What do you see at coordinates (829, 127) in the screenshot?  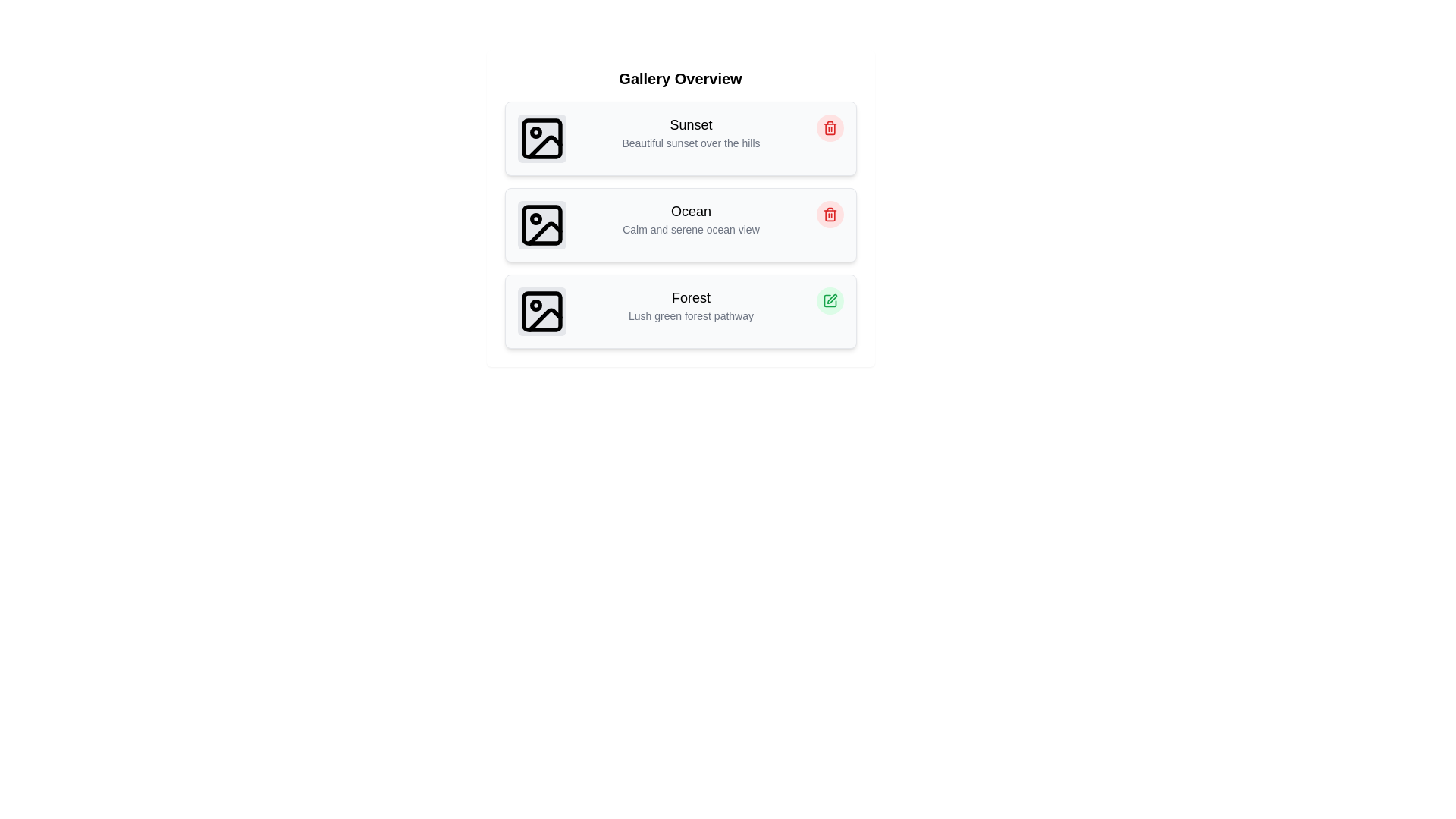 I see `the state indicator of the item Sunset` at bounding box center [829, 127].